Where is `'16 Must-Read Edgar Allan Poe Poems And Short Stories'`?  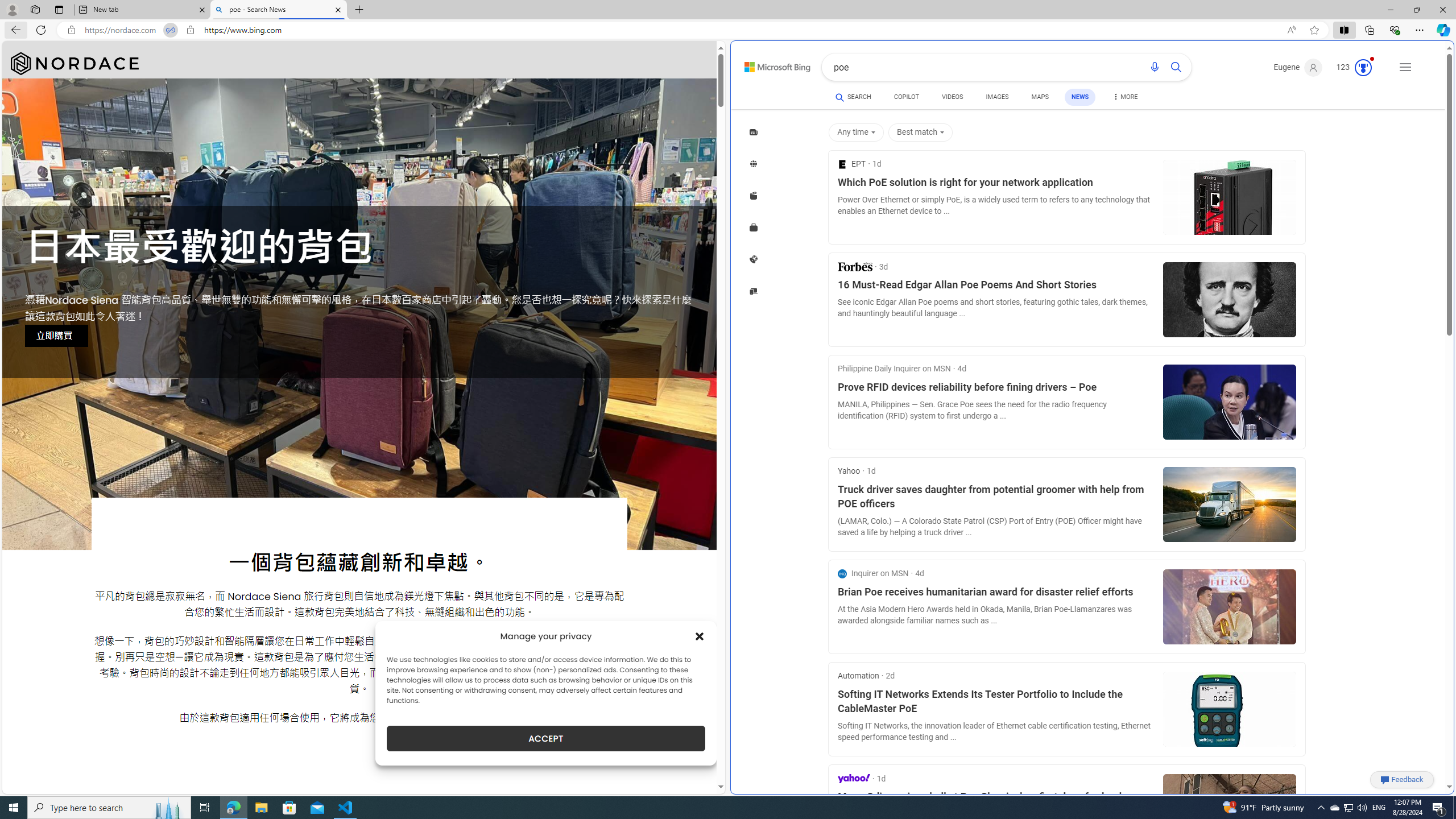 '16 Must-Read Edgar Allan Poe Poems And Short Stories' is located at coordinates (995, 285).